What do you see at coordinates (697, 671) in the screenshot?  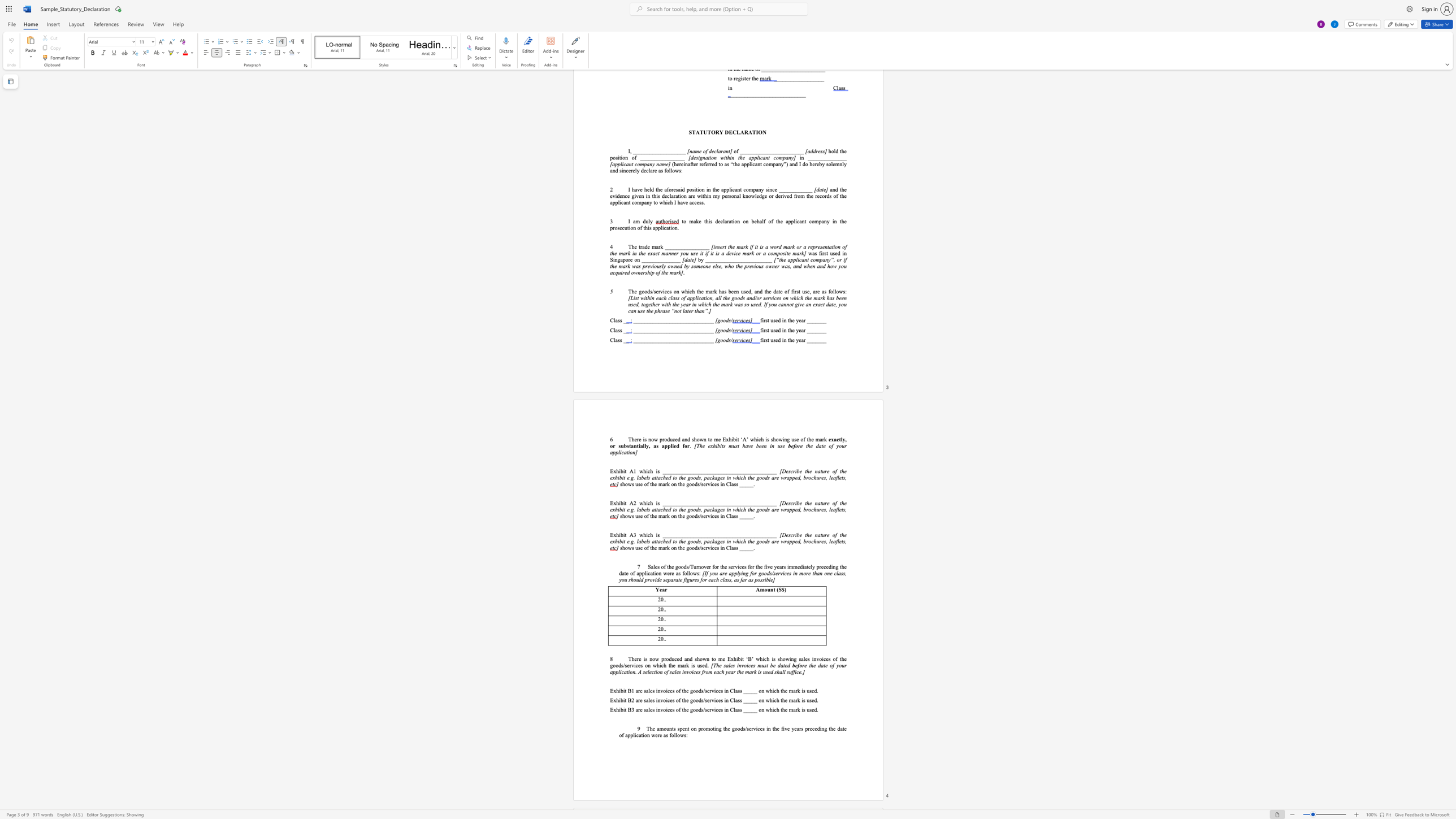 I see `the subset text "s from each year t" within the text "of sales invoices from each year the mark is used shall suffice.]"` at bounding box center [697, 671].